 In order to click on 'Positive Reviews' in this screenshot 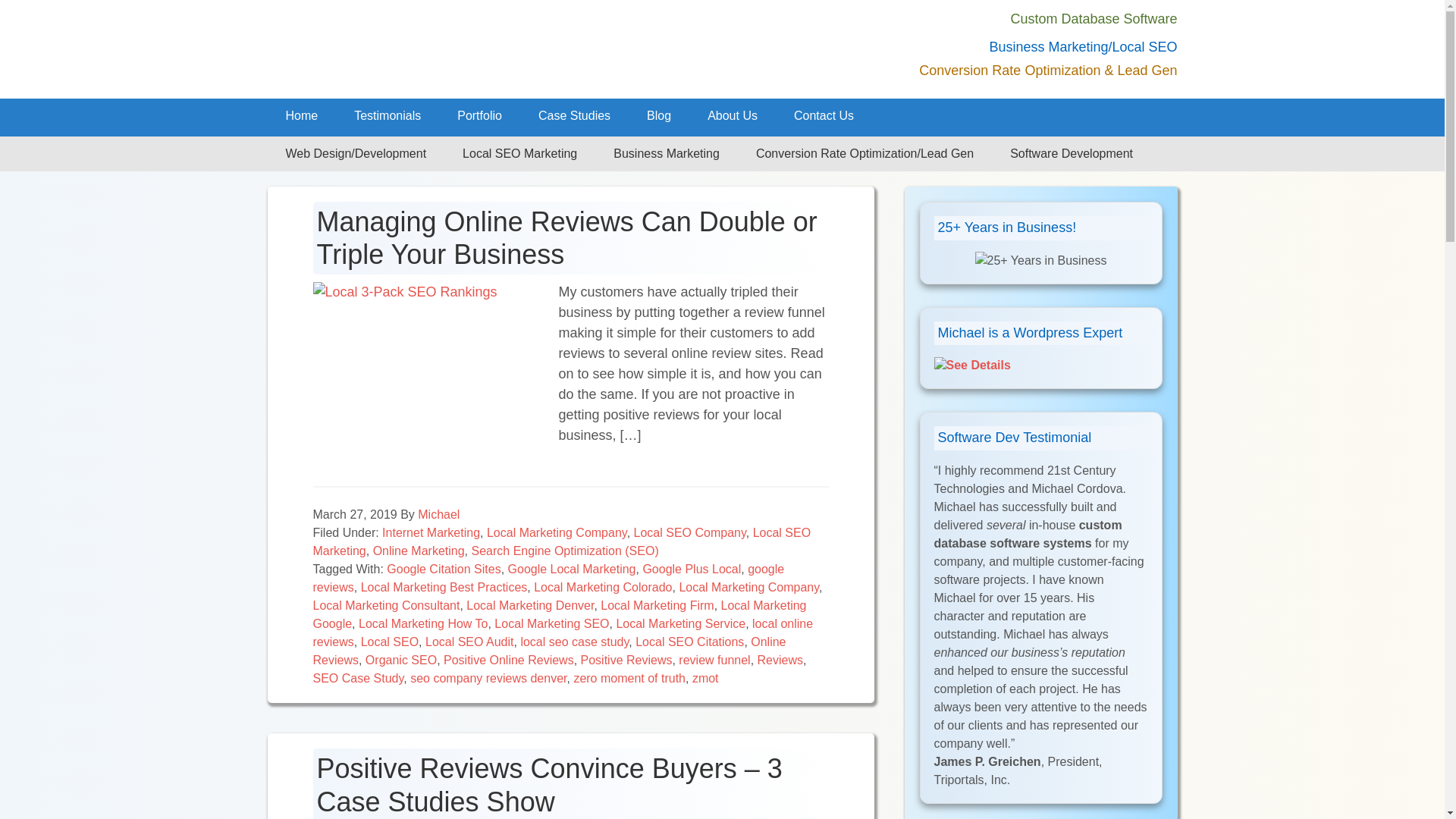, I will do `click(626, 659)`.